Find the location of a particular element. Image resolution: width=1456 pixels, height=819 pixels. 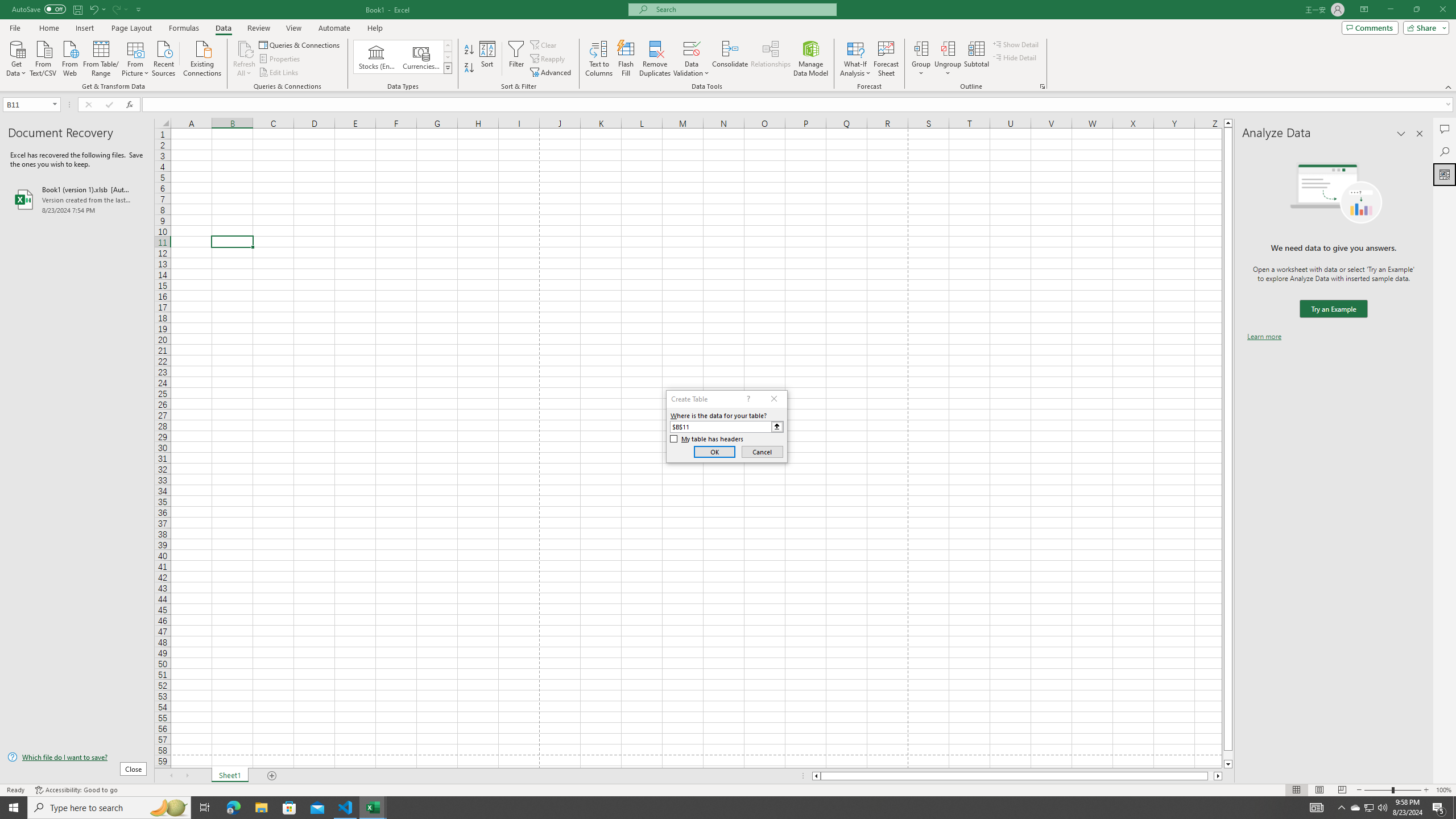

'Flash Fill' is located at coordinates (626, 59).